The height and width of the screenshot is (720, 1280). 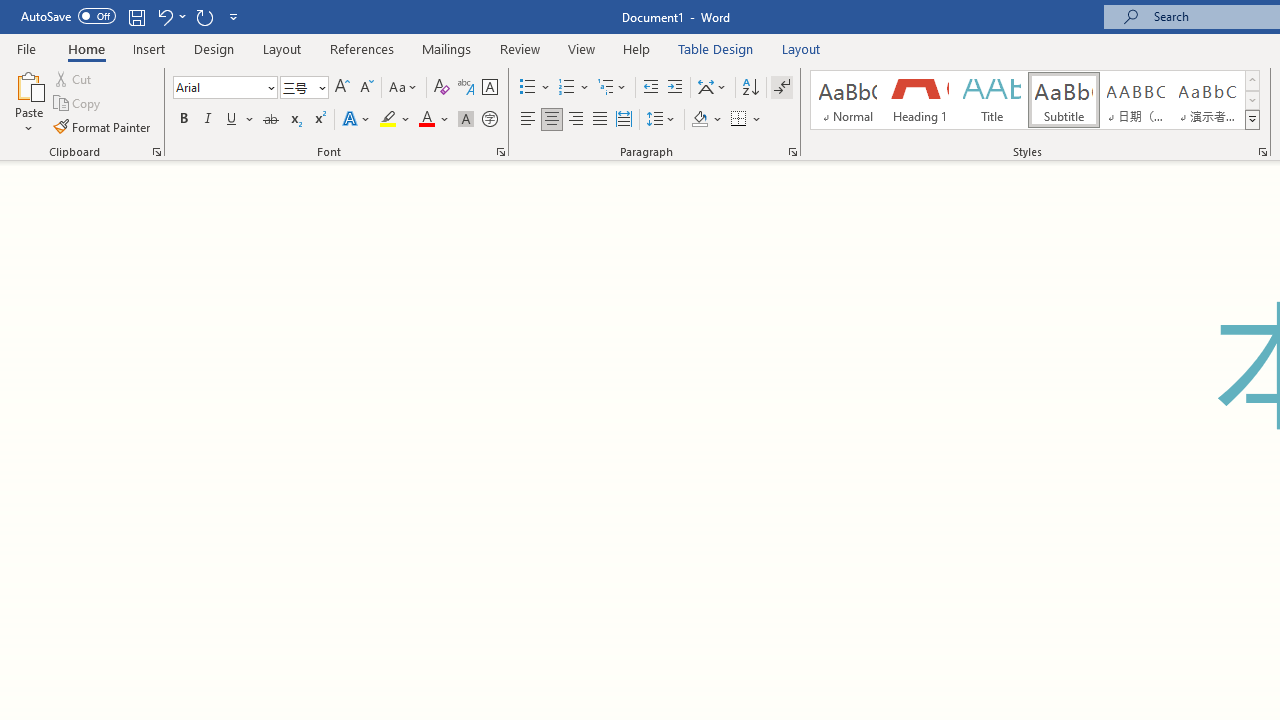 What do you see at coordinates (170, 16) in the screenshot?
I see `'Undo Paste'` at bounding box center [170, 16].